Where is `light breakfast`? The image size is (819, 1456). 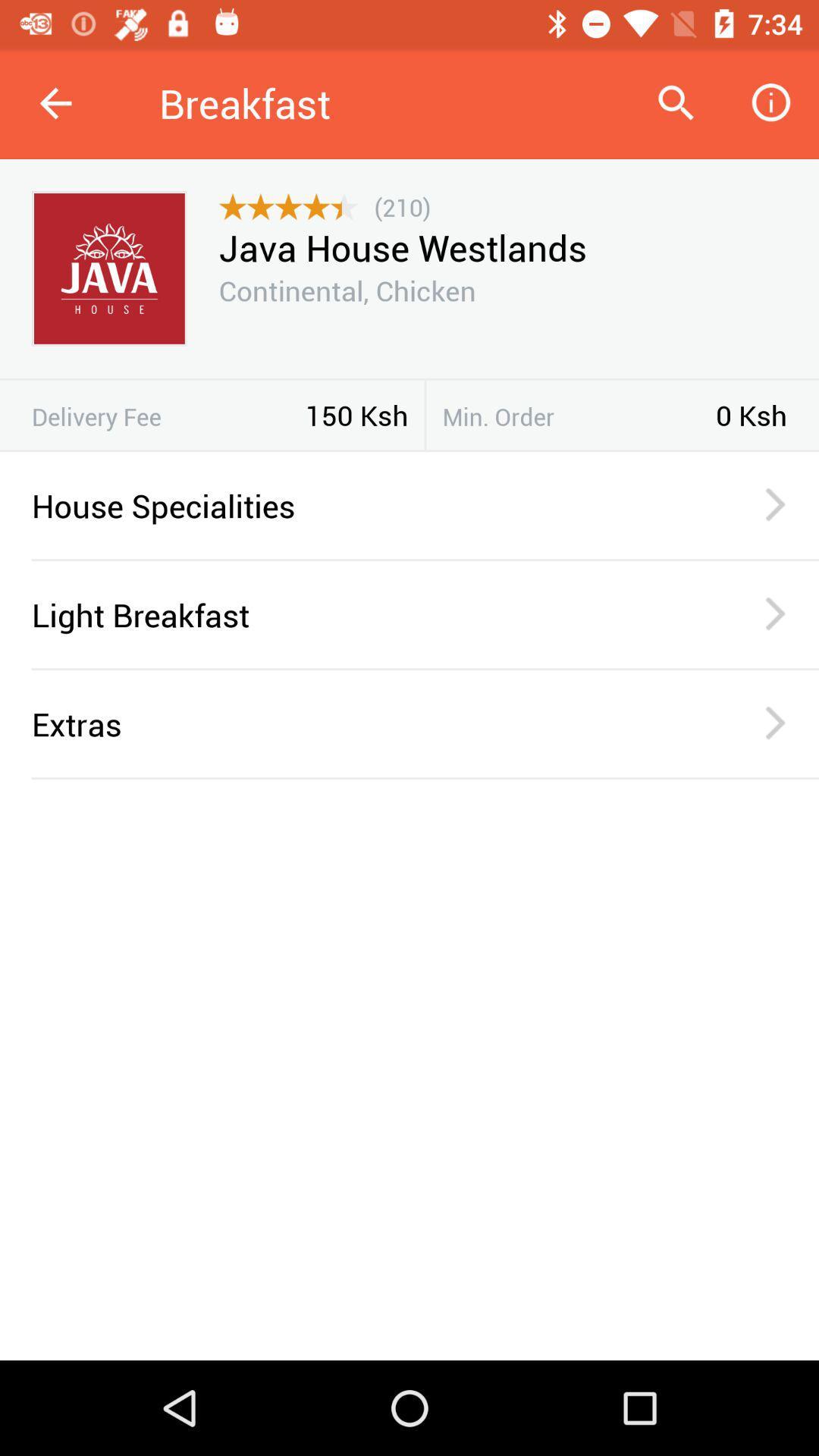 light breakfast is located at coordinates (366, 614).